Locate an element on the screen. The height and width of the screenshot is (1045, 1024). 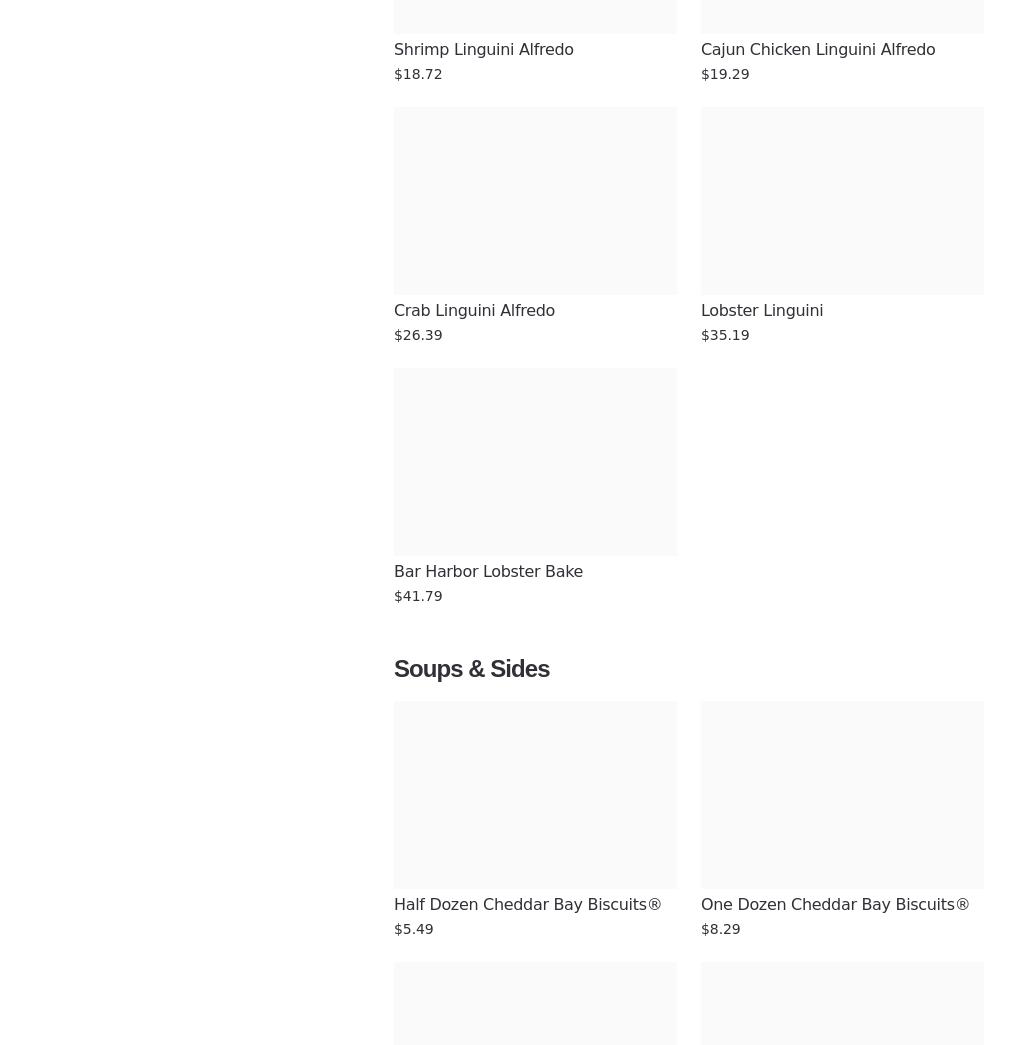
'$8.29' is located at coordinates (720, 928).